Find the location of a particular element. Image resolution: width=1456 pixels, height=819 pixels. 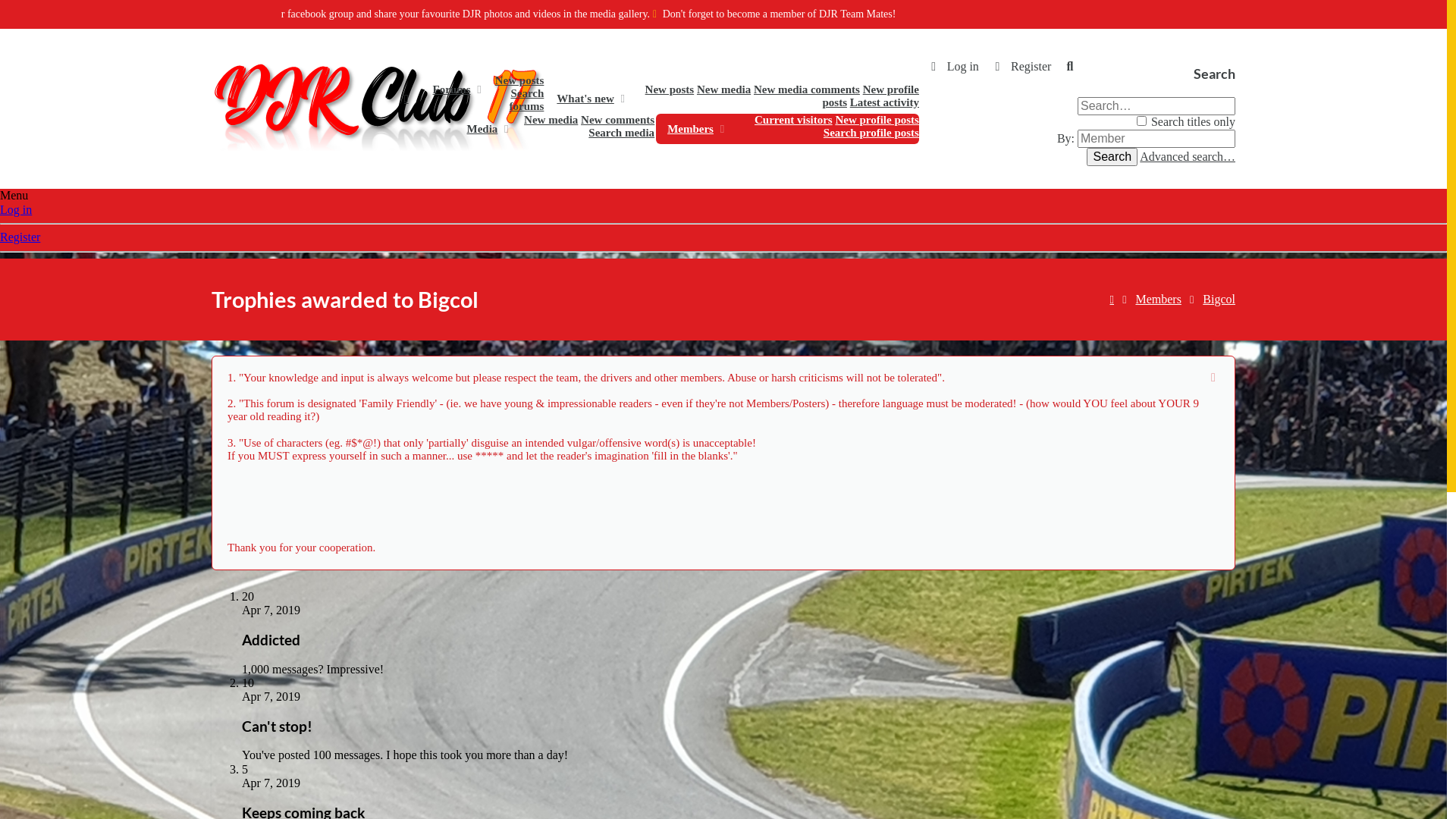

'New media comments' is located at coordinates (806, 89).